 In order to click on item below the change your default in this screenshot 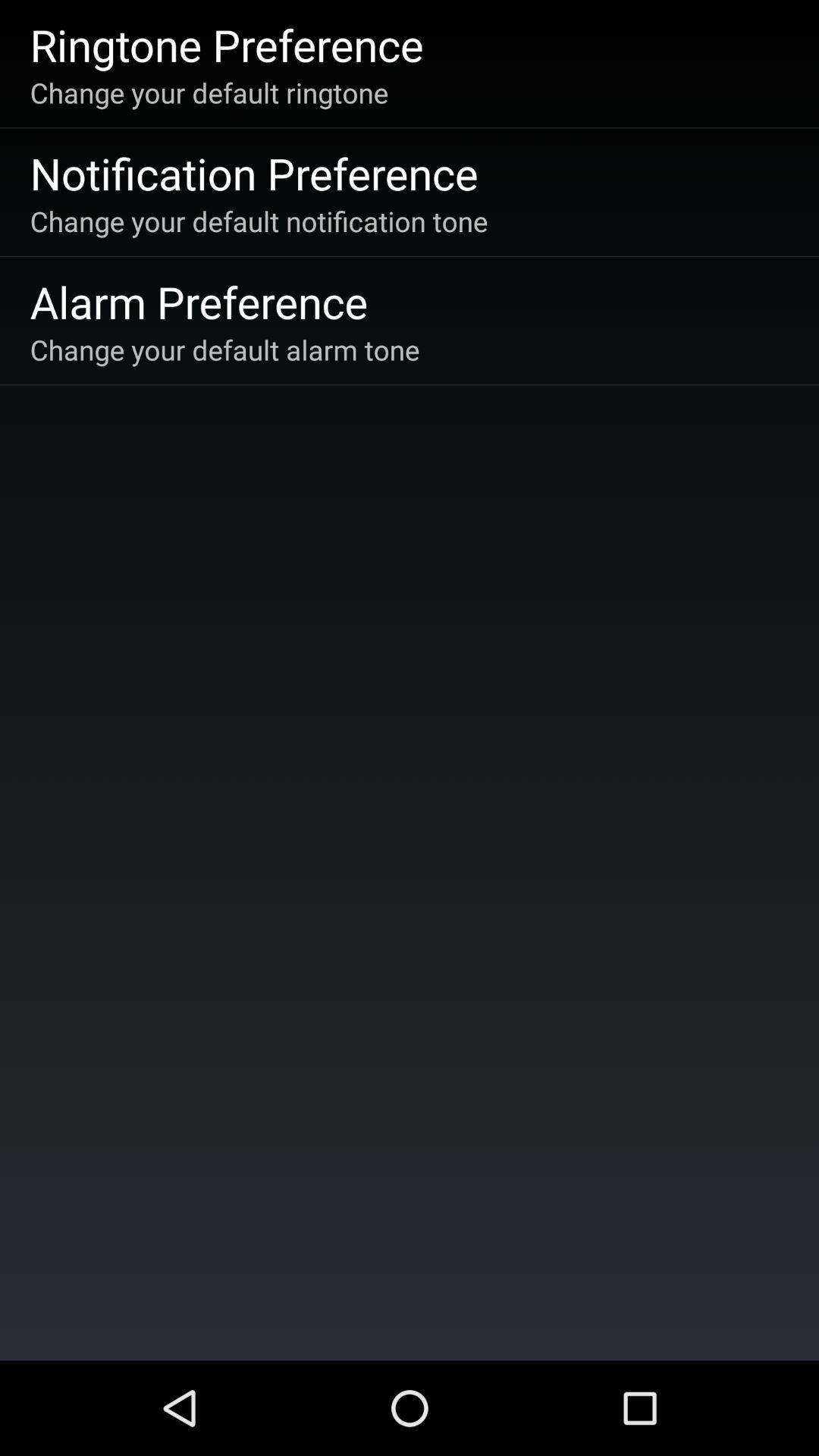, I will do `click(198, 301)`.